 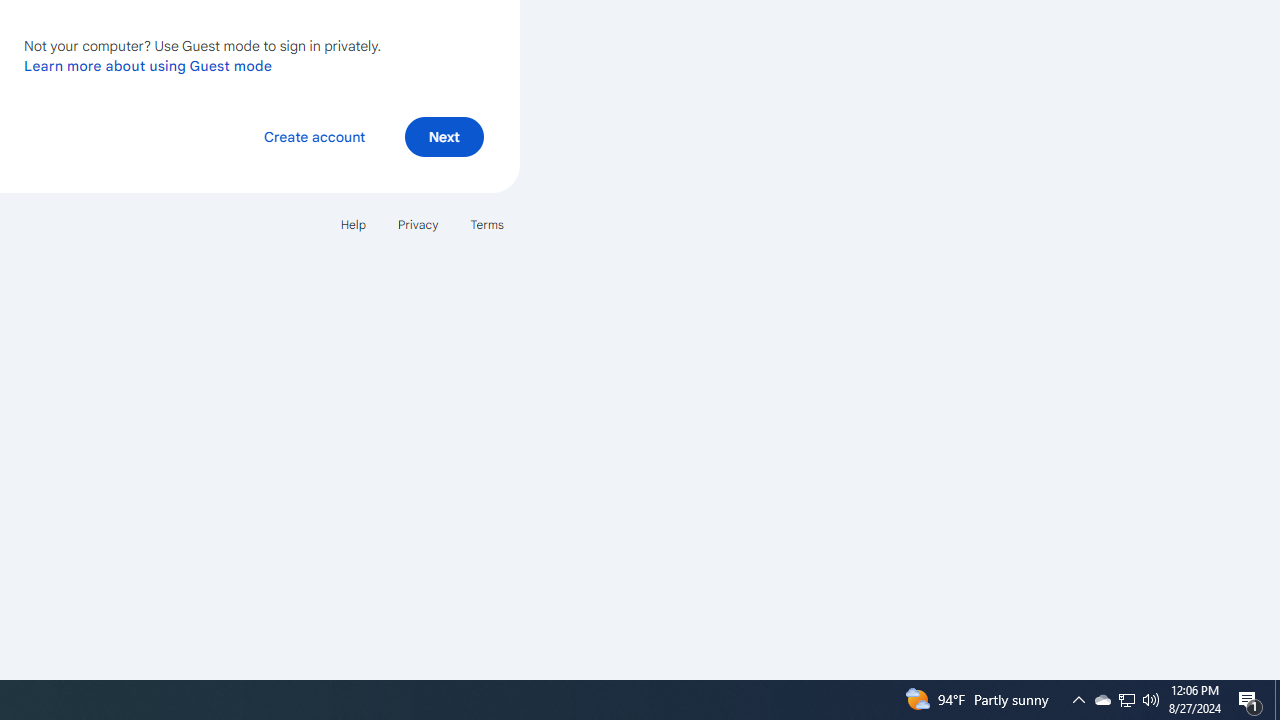 I want to click on 'Next', so click(x=443, y=135).